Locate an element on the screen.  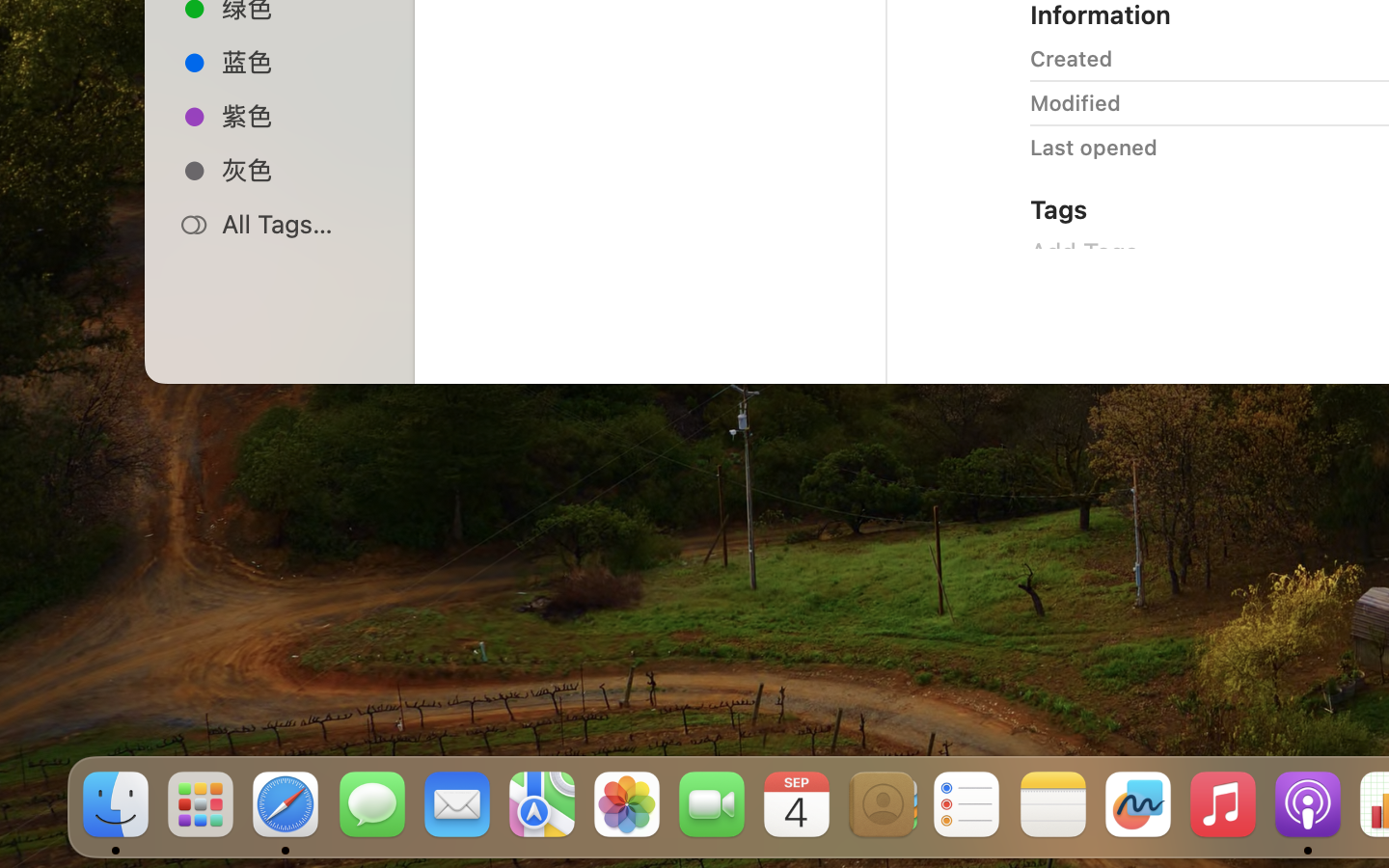
'蓝色' is located at coordinates (300, 60).